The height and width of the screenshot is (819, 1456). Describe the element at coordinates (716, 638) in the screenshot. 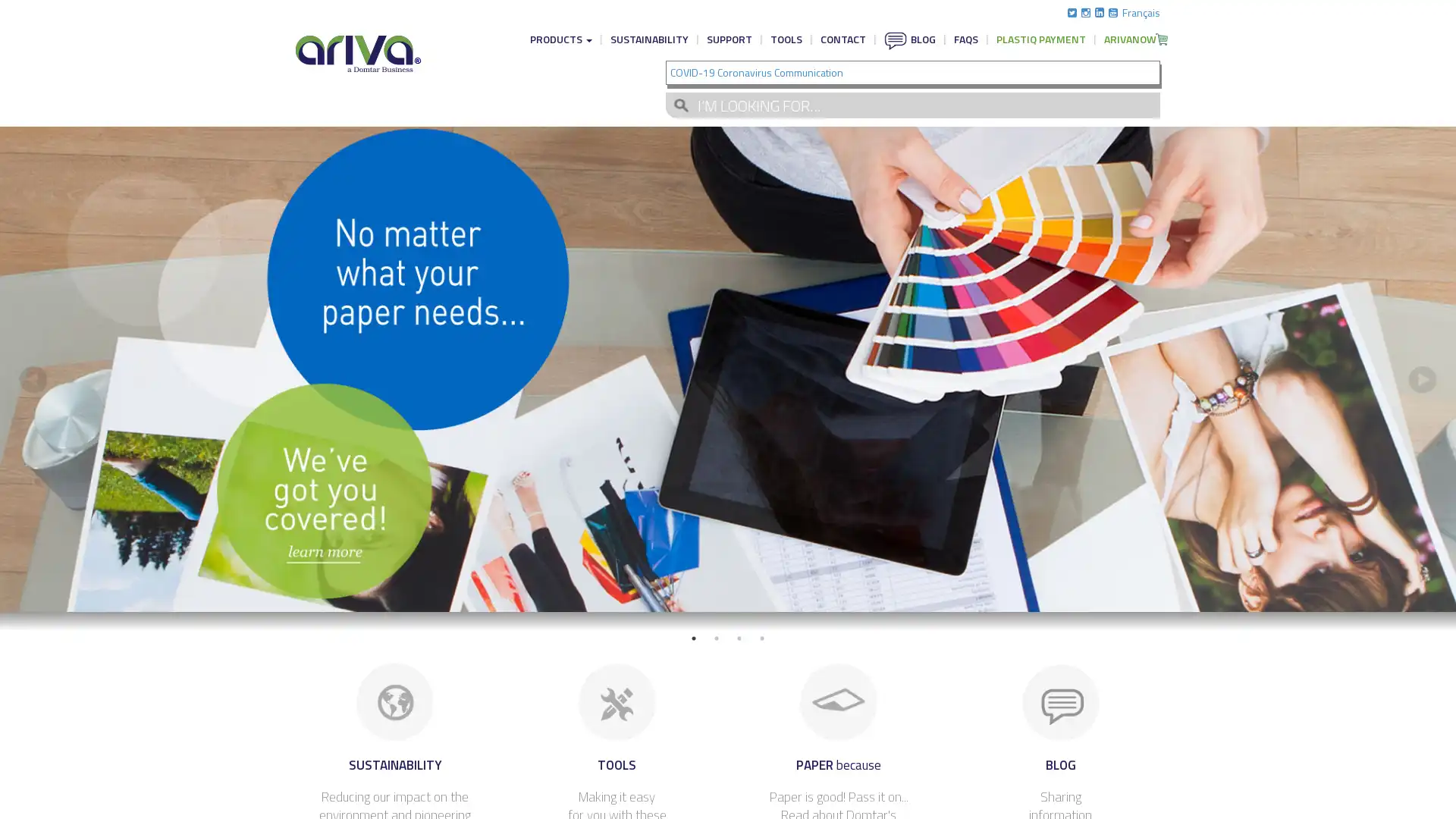

I see `2` at that location.